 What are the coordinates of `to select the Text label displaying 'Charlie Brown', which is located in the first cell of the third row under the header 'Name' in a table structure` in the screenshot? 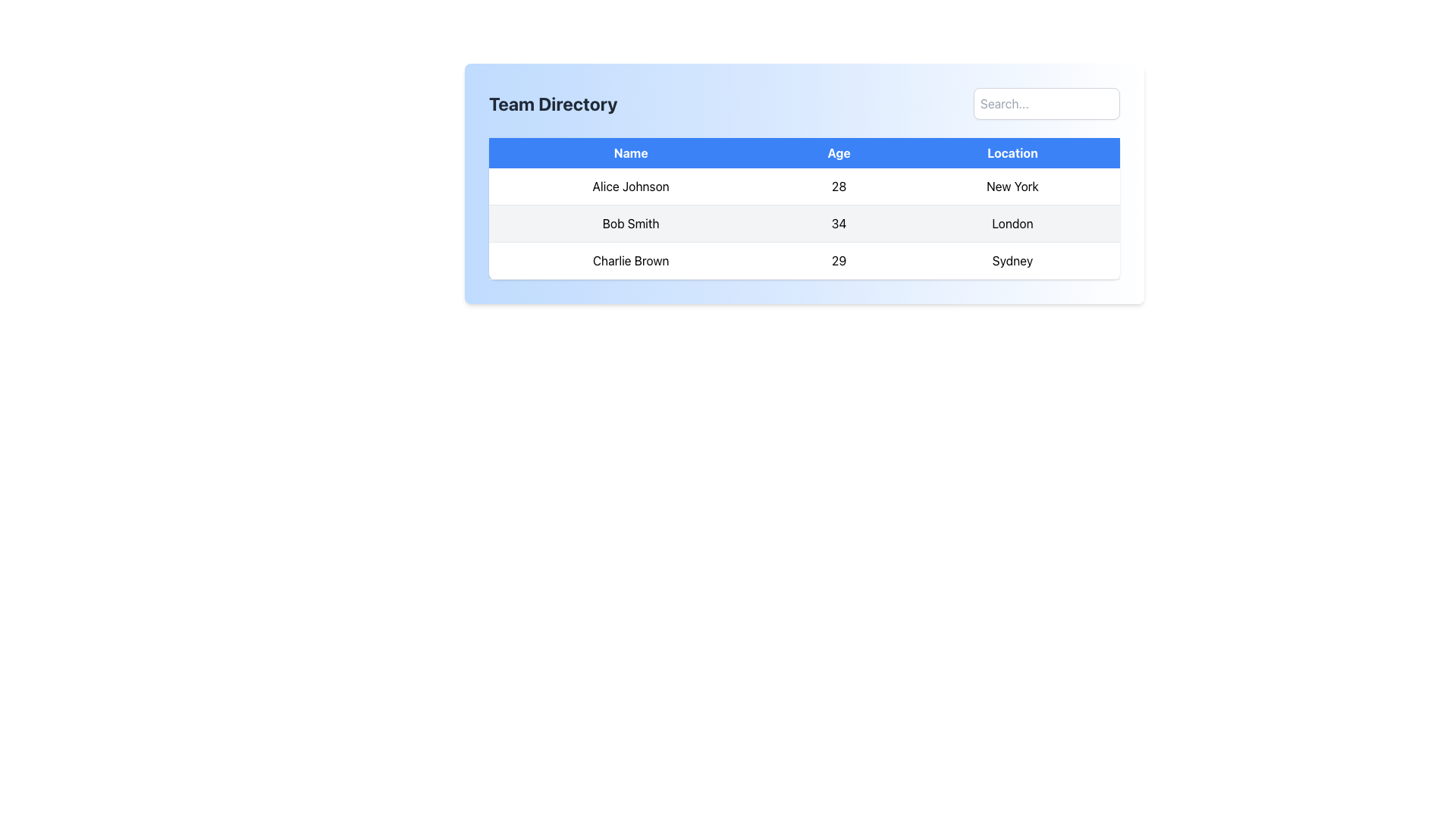 It's located at (630, 259).